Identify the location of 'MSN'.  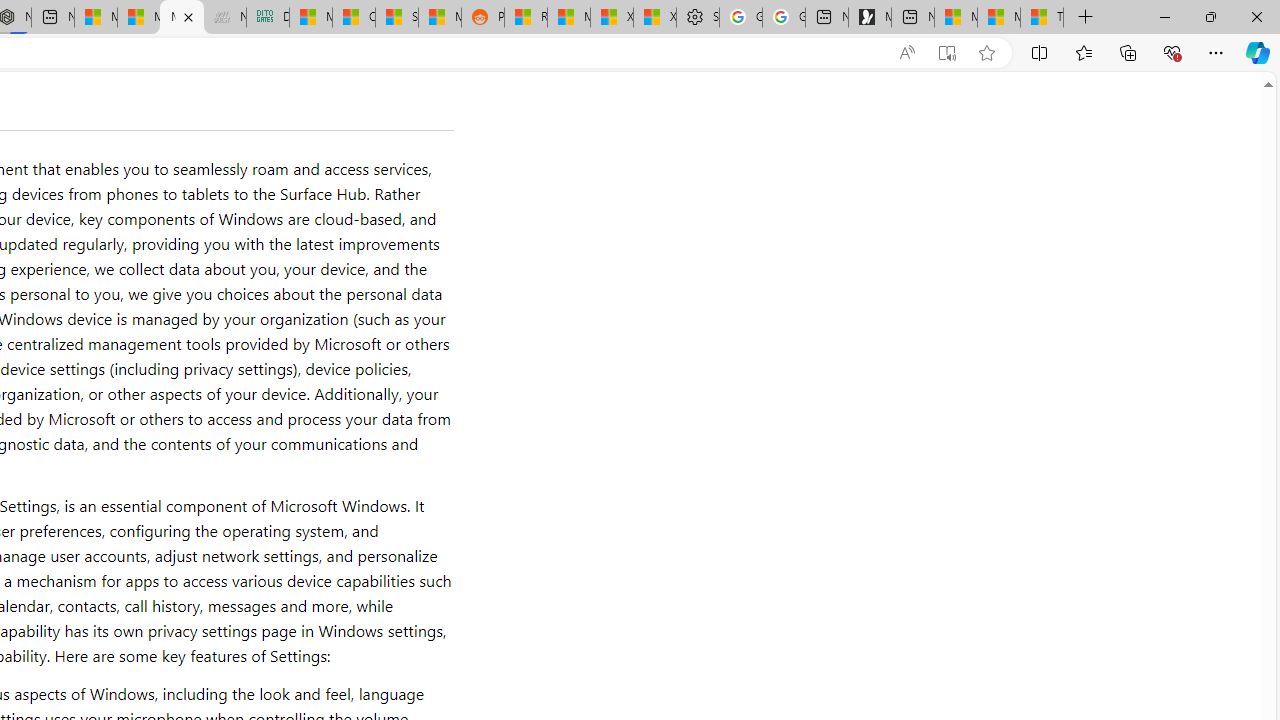
(438, 17).